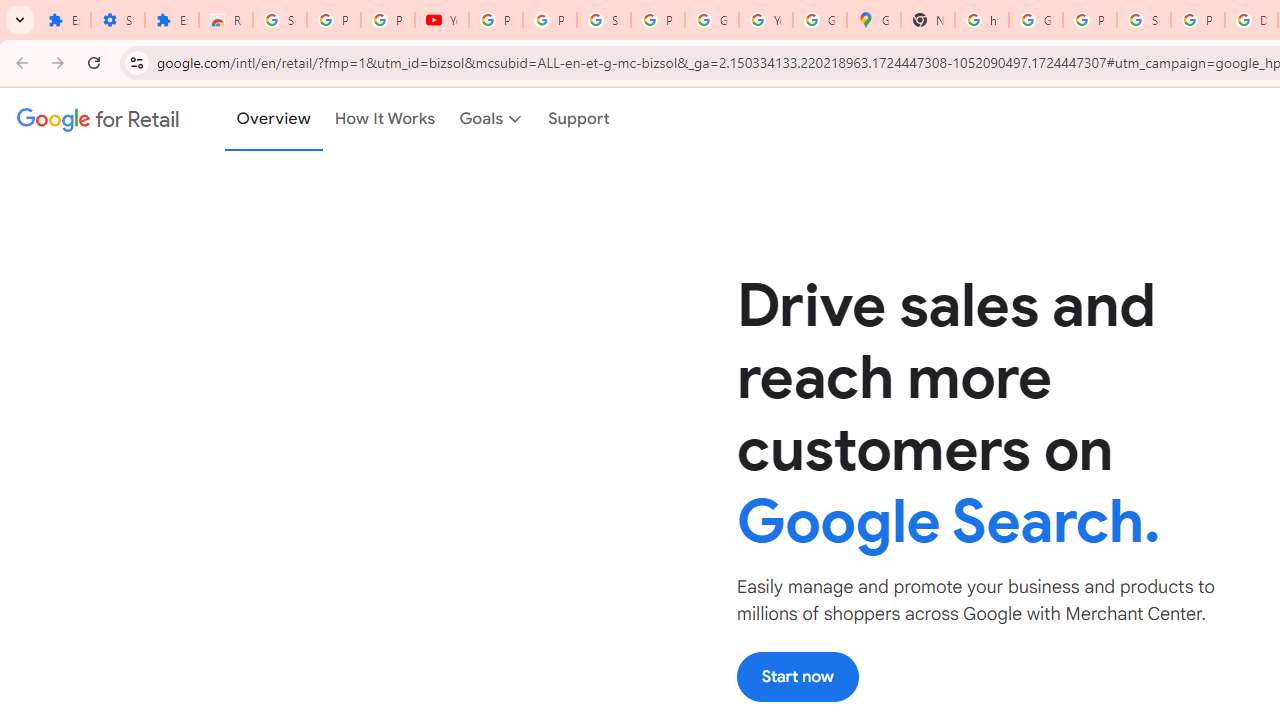 The width and height of the screenshot is (1280, 720). What do you see at coordinates (578, 119) in the screenshot?
I see `'Support'` at bounding box center [578, 119].